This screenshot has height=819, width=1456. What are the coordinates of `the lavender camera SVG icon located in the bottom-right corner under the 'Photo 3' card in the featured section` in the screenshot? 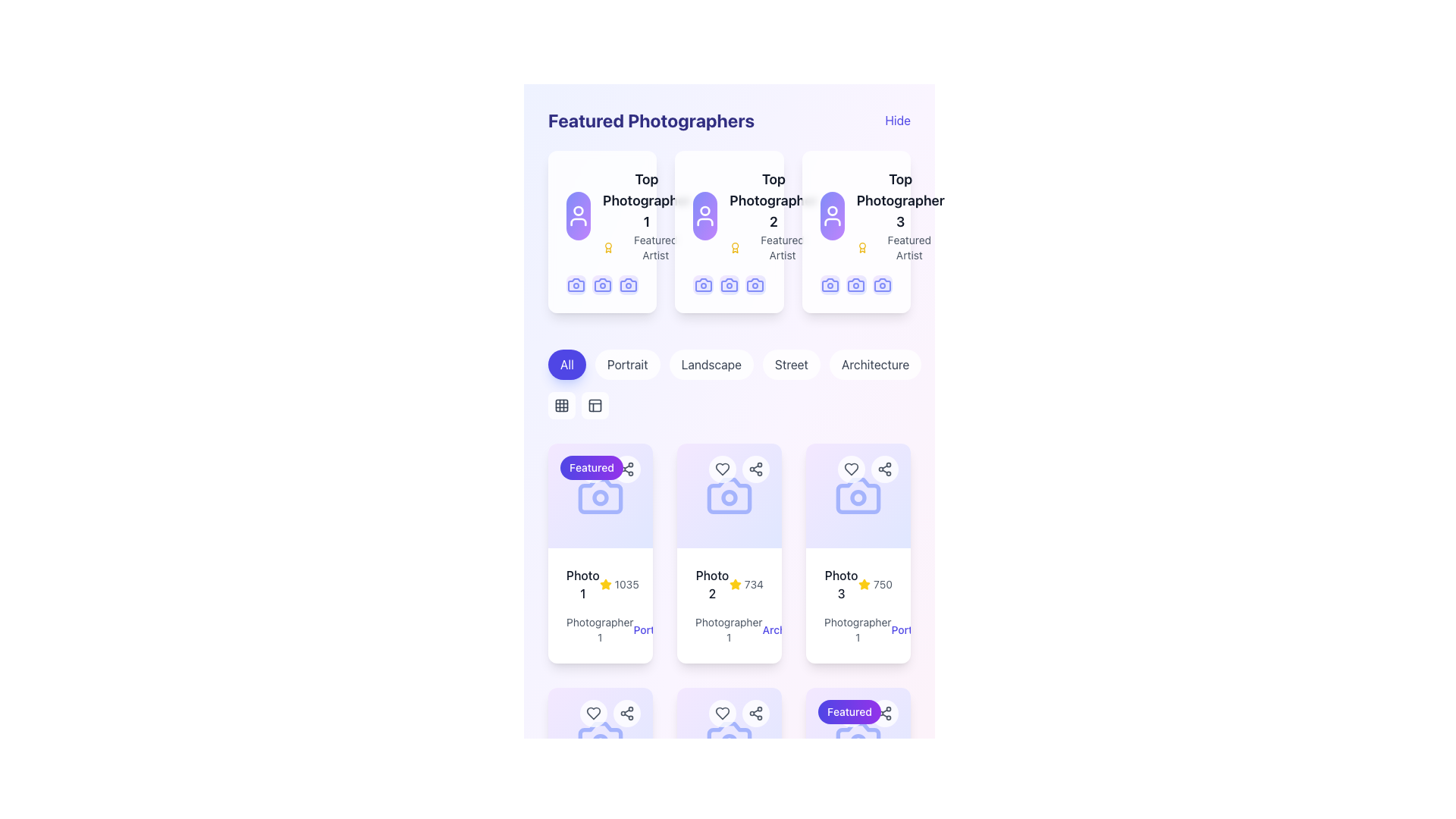 It's located at (858, 739).